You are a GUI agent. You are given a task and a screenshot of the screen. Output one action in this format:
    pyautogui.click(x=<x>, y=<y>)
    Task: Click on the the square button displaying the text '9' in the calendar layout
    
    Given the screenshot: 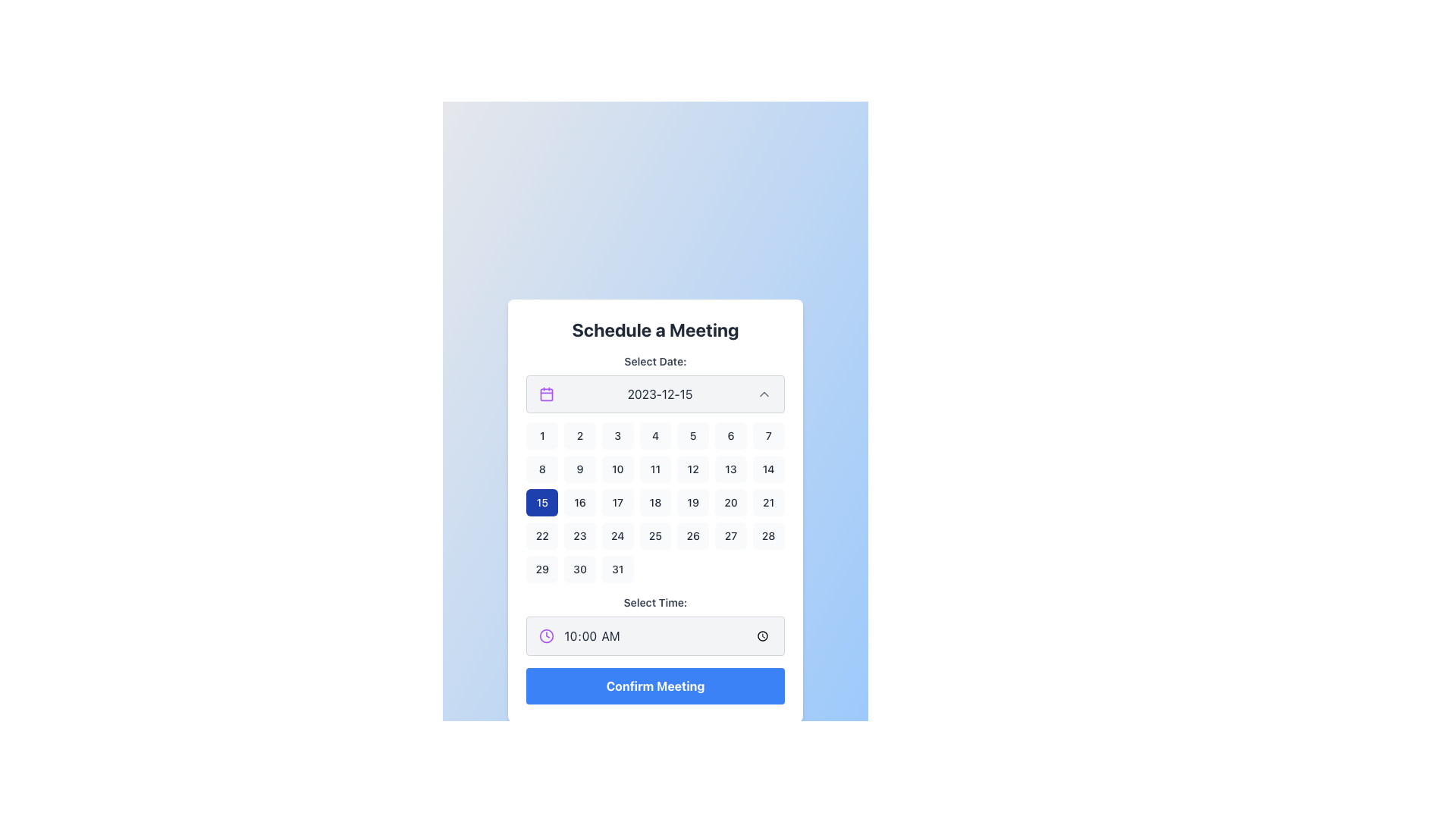 What is the action you would take?
    pyautogui.click(x=579, y=468)
    